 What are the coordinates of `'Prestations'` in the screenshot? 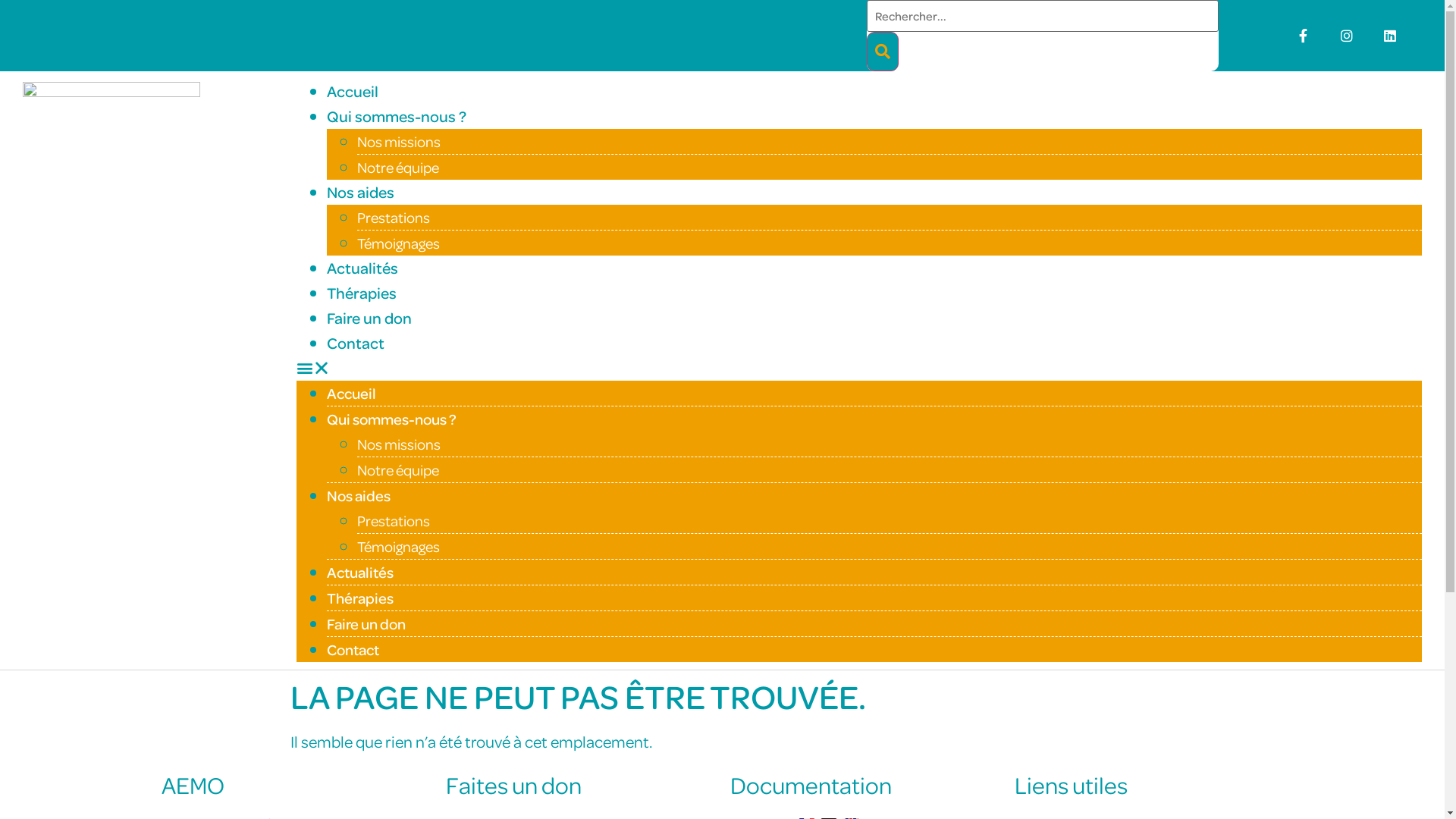 It's located at (393, 217).